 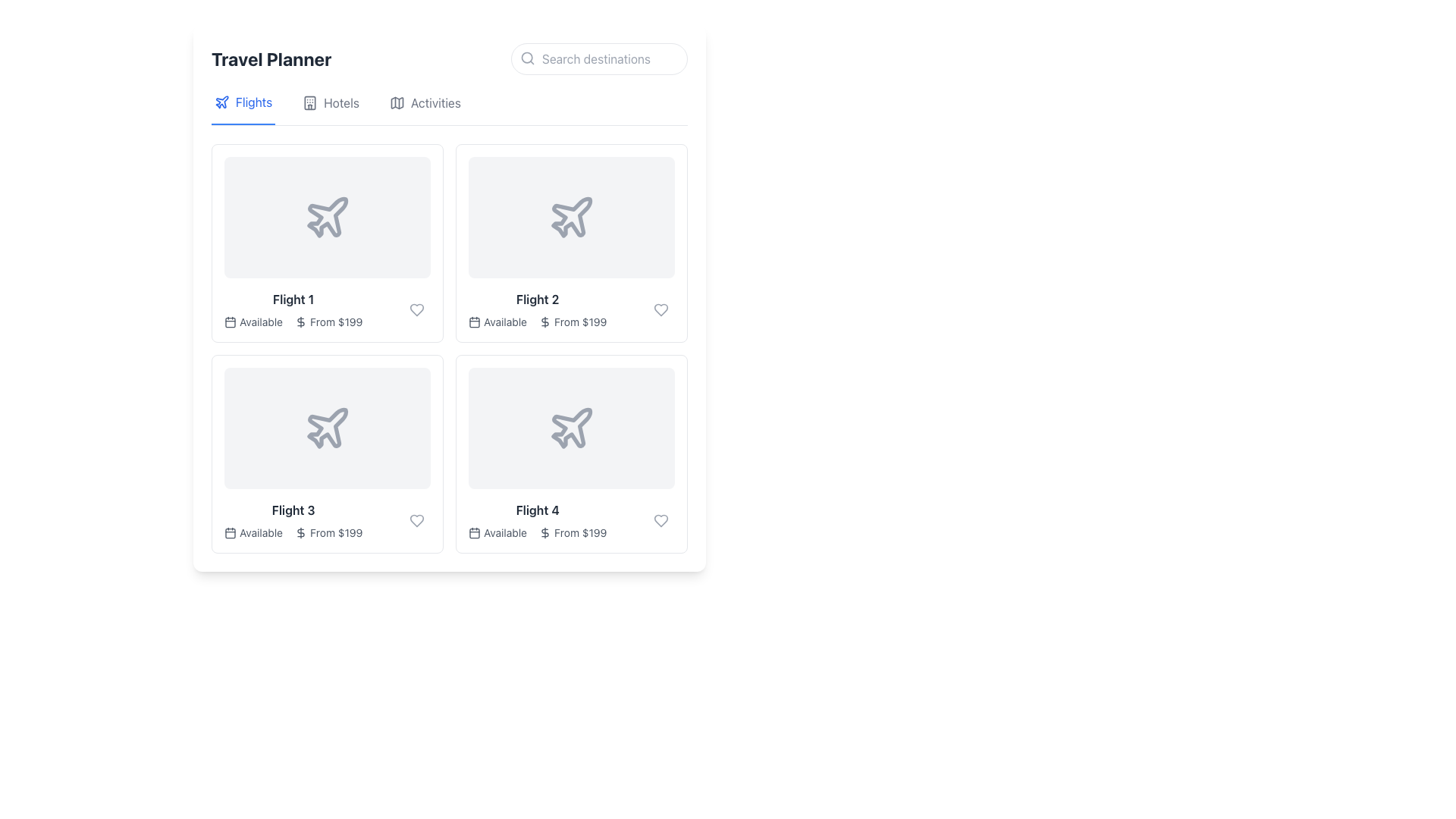 What do you see at coordinates (538, 321) in the screenshot?
I see `informational text with icons conveying the availability status and starting price of the respective flight offering, located in the top-right grid cell under 'Flights' within the 'Flight 2' card` at bounding box center [538, 321].